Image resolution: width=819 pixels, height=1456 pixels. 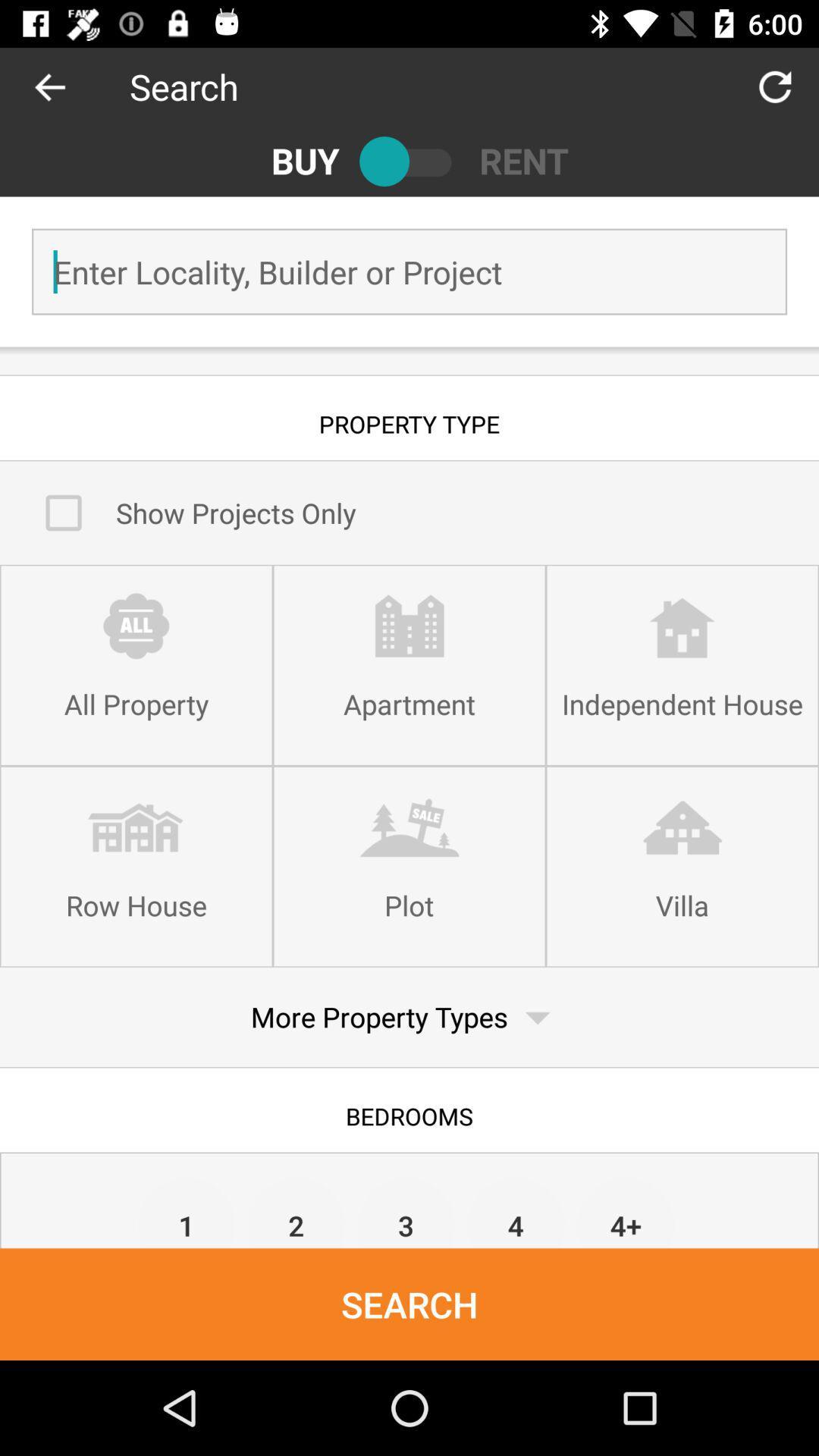 I want to click on the item to the right of the 2 item, so click(x=405, y=1211).